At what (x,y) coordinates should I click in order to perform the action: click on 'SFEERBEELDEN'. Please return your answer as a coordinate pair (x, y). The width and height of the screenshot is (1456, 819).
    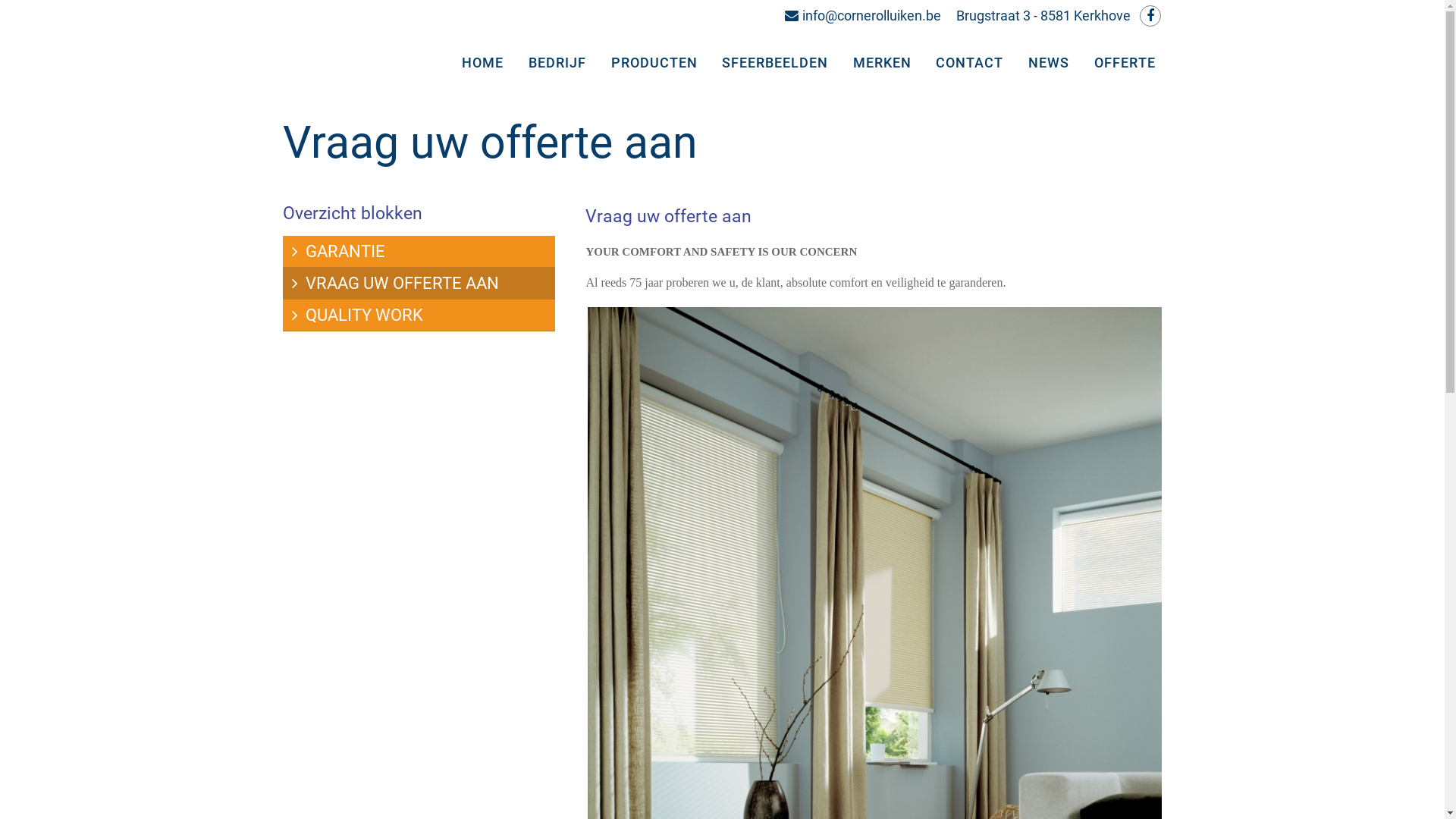
    Looking at the image, I should click on (777, 62).